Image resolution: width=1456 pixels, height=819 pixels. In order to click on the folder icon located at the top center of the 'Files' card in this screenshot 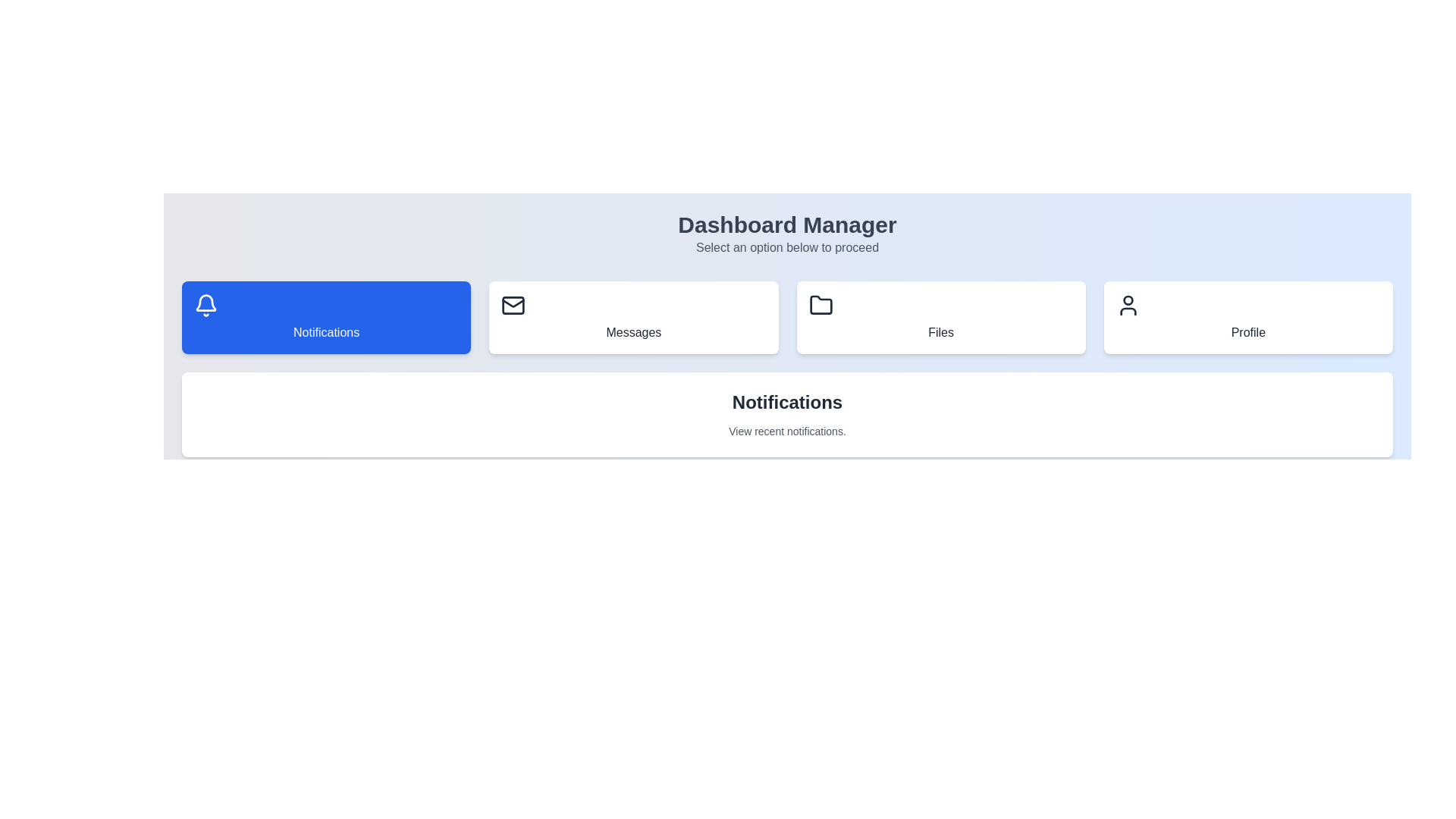, I will do `click(820, 305)`.